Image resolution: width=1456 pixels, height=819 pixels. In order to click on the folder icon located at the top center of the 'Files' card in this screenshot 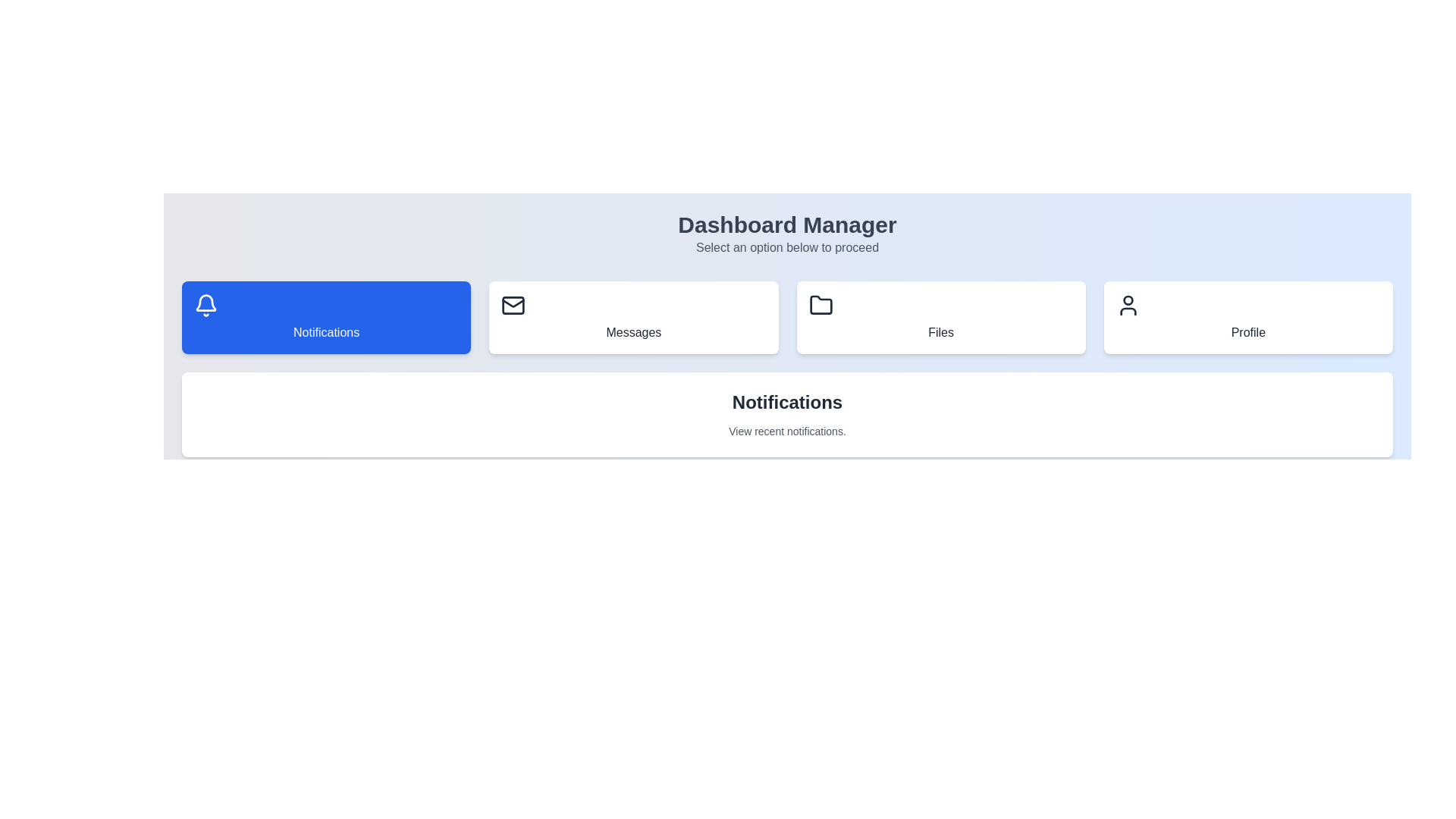, I will do `click(820, 305)`.